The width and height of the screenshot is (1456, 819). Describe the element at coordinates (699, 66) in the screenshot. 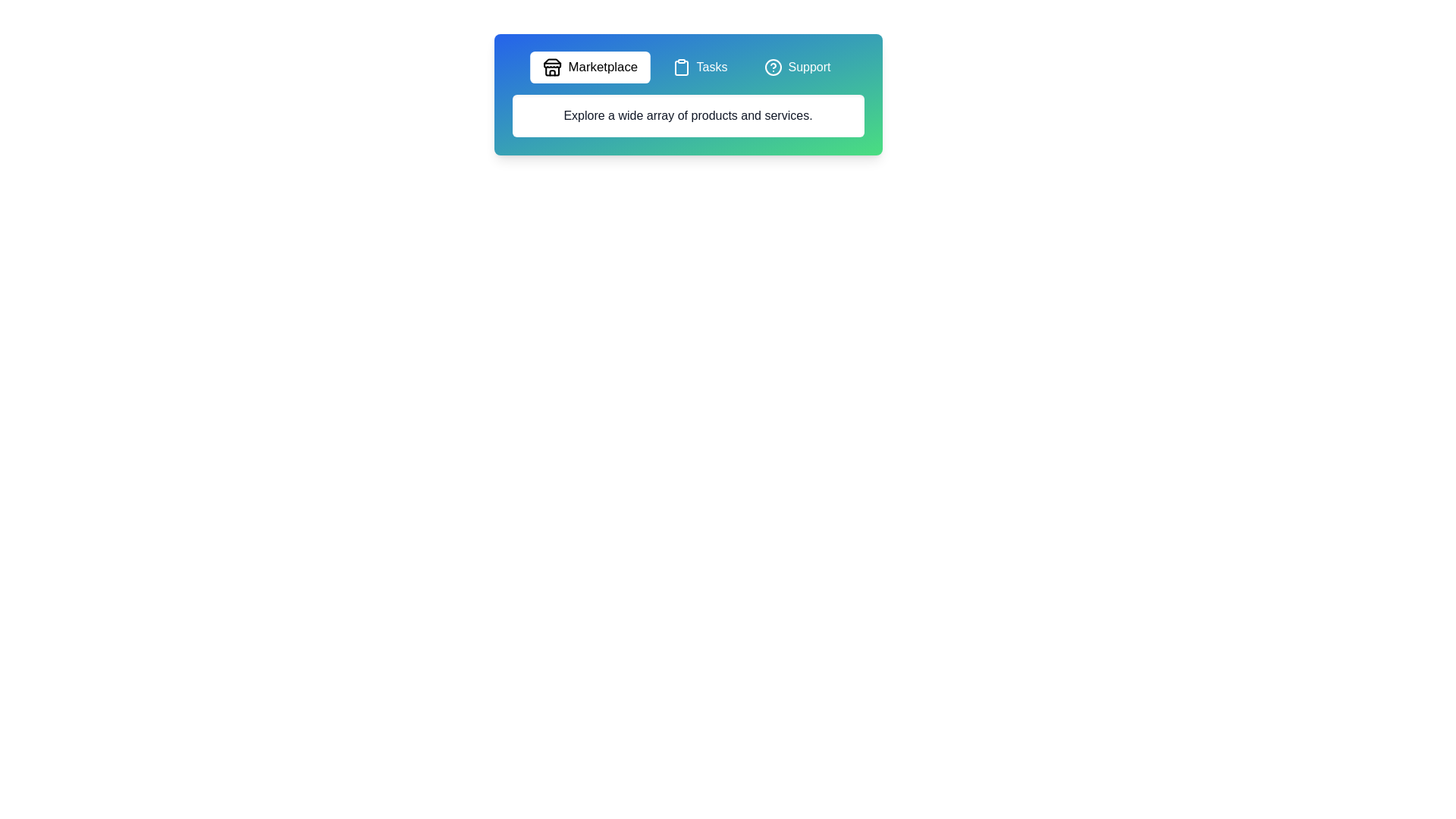

I see `the tab labeled Tasks to inspect its icon` at that location.